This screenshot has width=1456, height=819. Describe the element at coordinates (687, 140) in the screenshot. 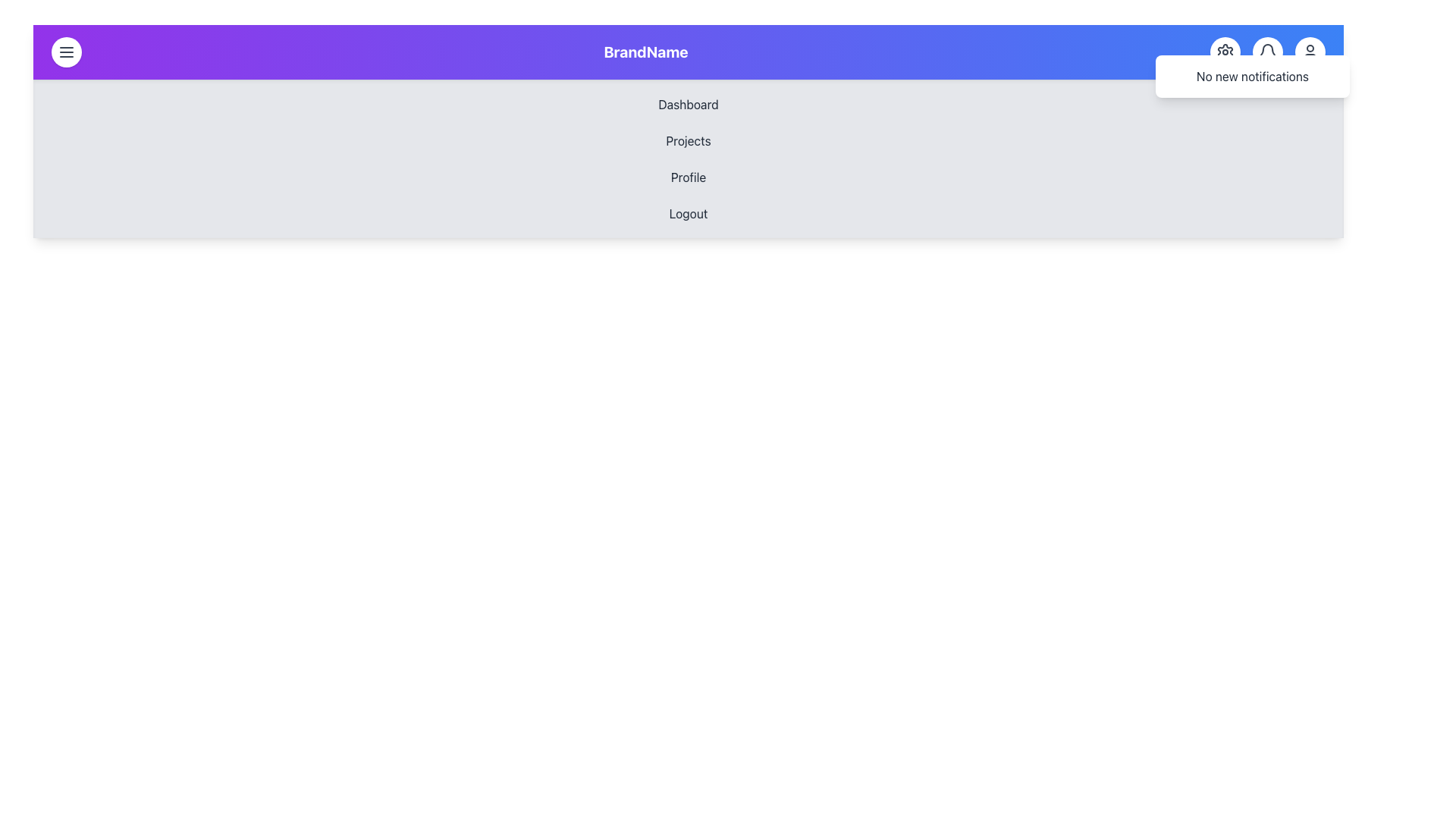

I see `the 'Projects' button, which is the second item in a vertical list of options` at that location.